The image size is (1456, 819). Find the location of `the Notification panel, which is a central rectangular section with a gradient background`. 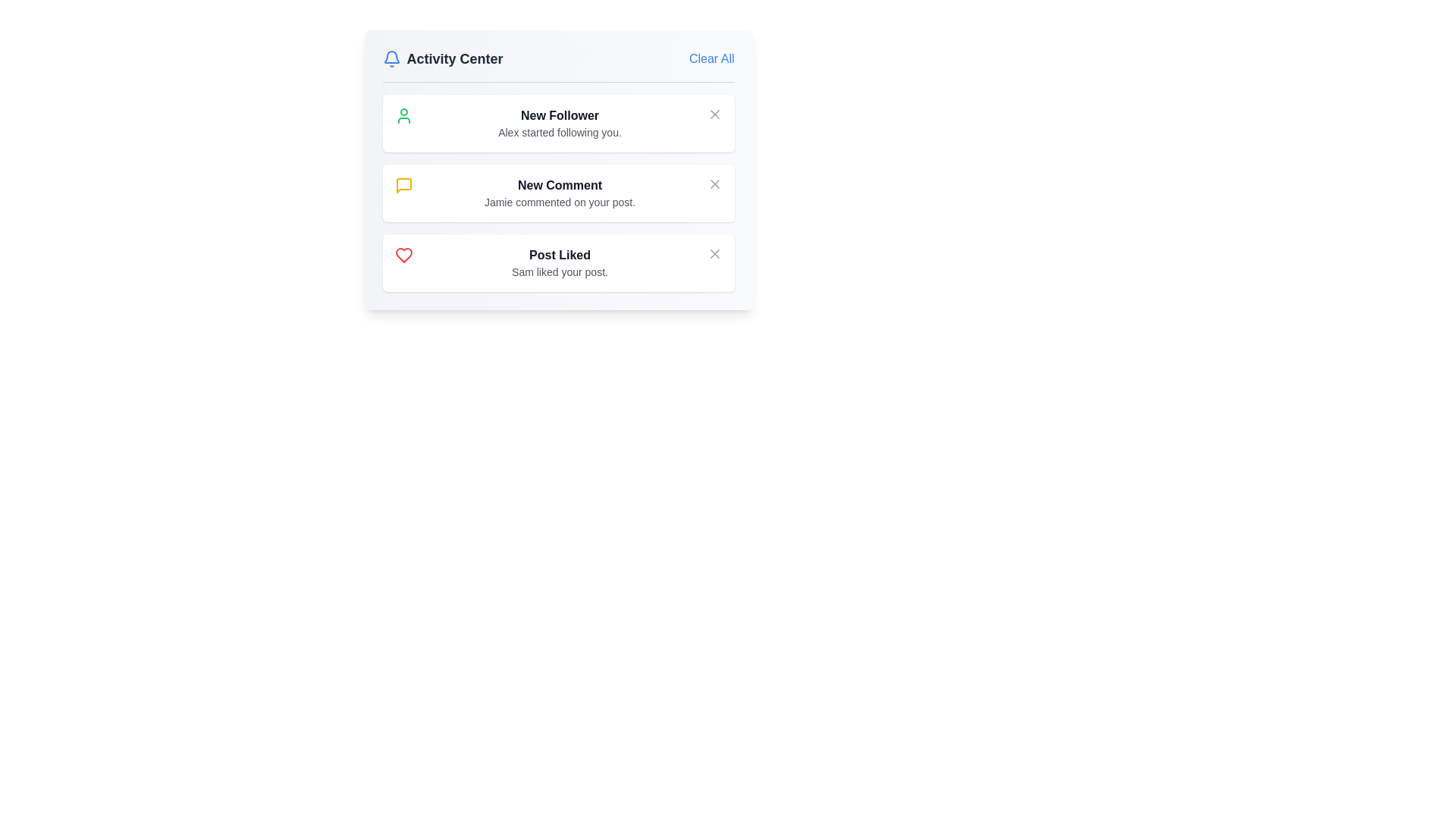

the Notification panel, which is a central rectangular section with a gradient background is located at coordinates (557, 170).